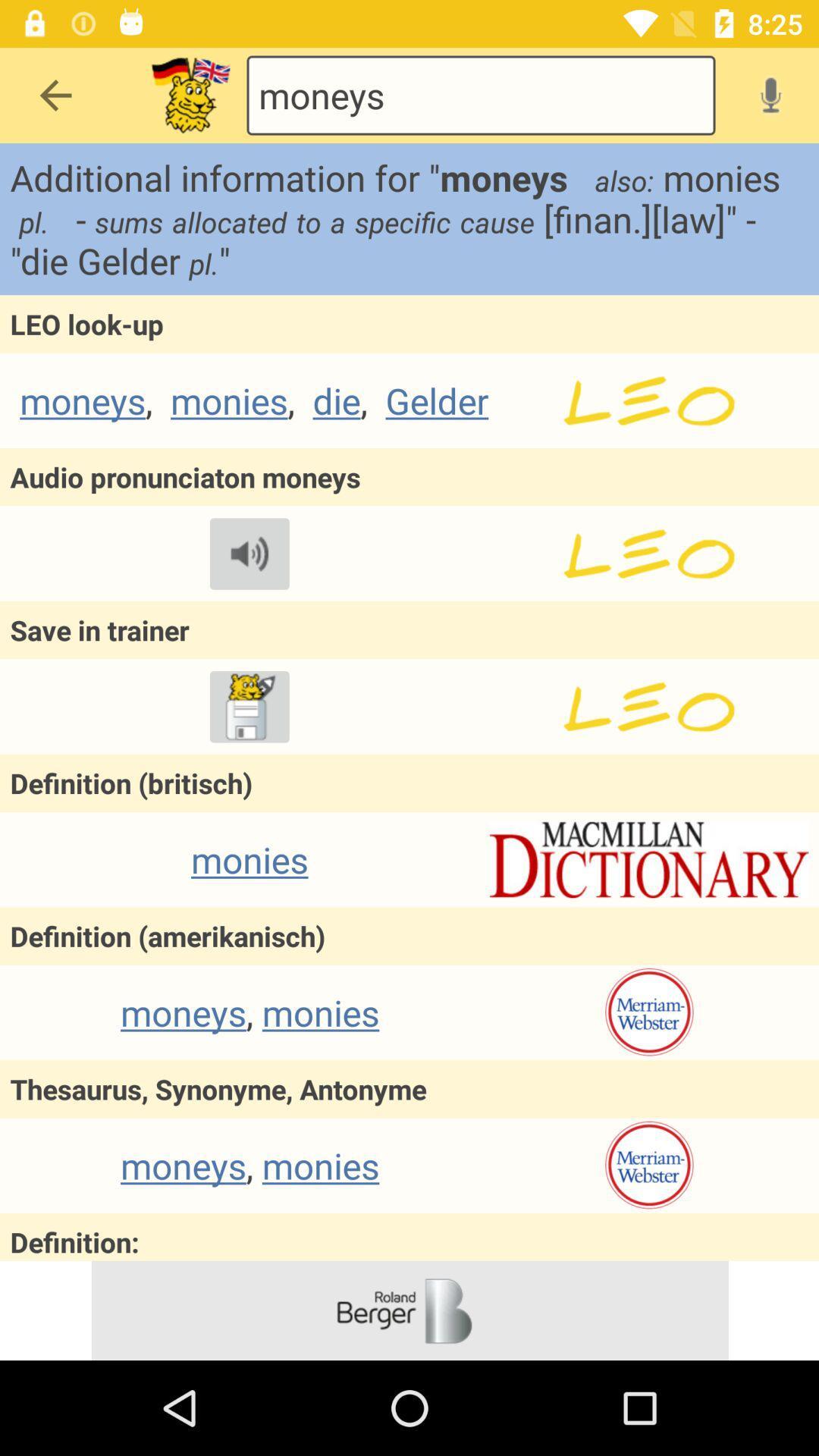 This screenshot has width=819, height=1456. I want to click on word, so click(249, 706).